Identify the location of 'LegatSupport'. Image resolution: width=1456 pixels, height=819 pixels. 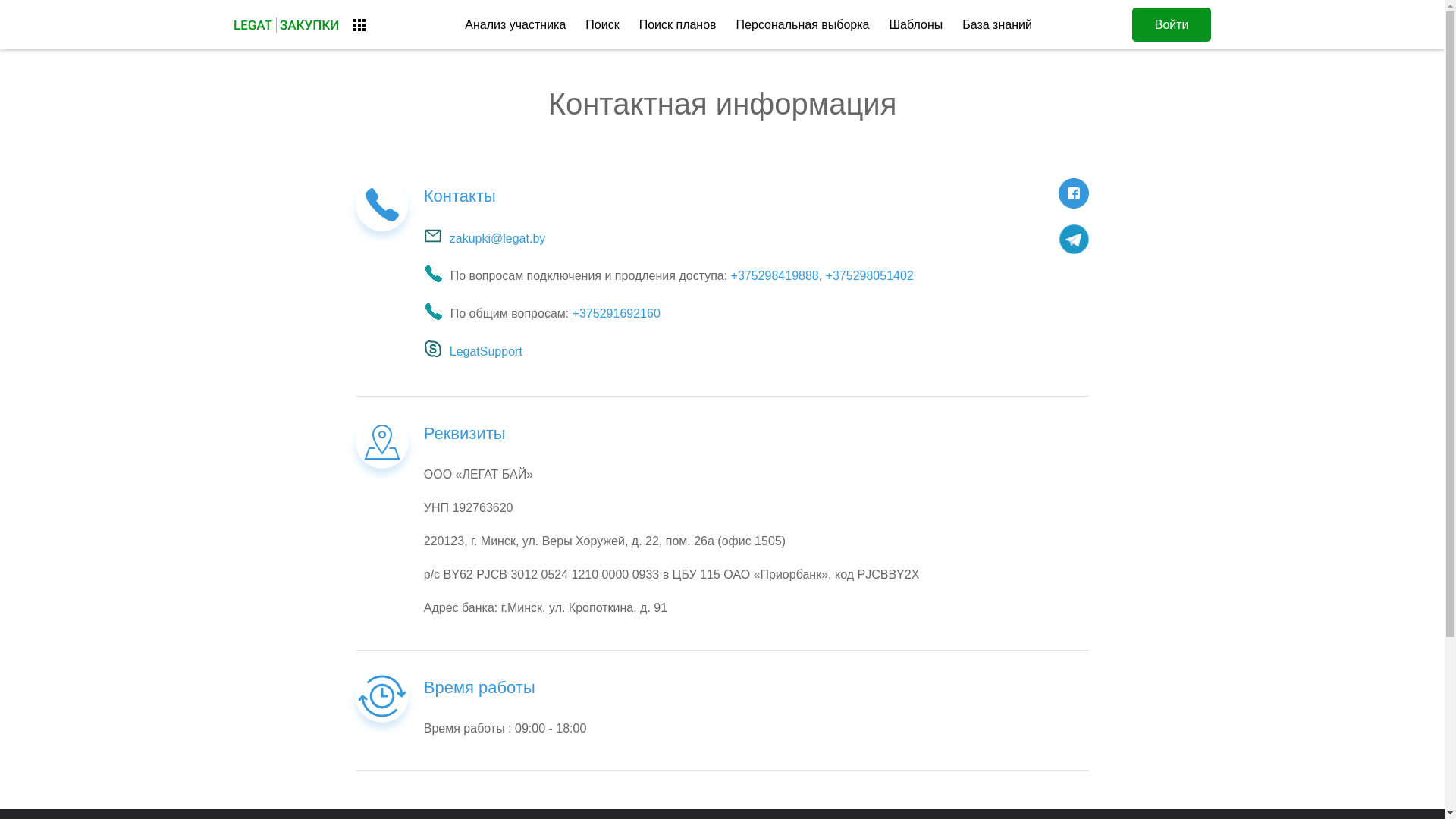
(423, 351).